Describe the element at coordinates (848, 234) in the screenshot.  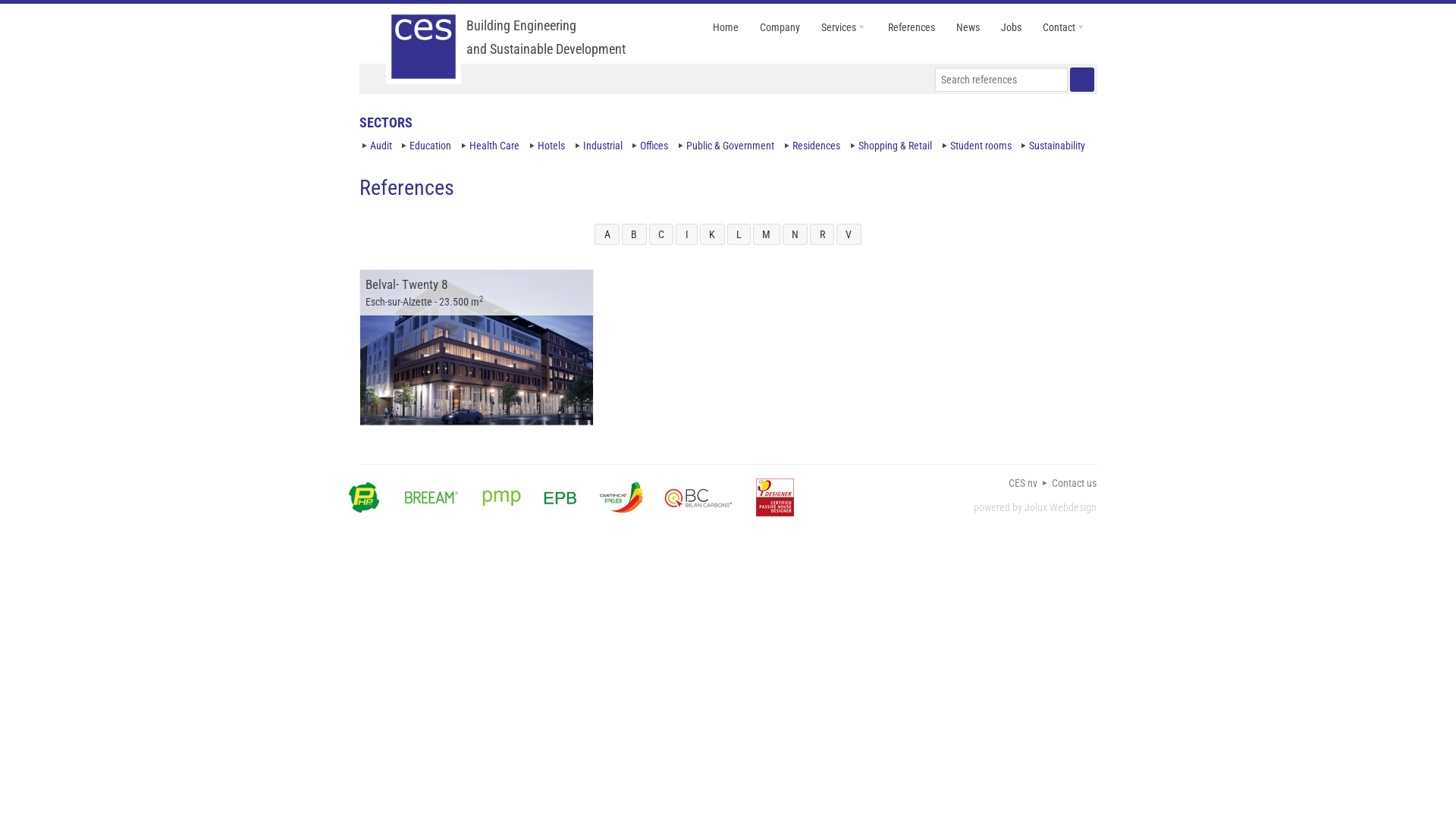
I see `'V'` at that location.